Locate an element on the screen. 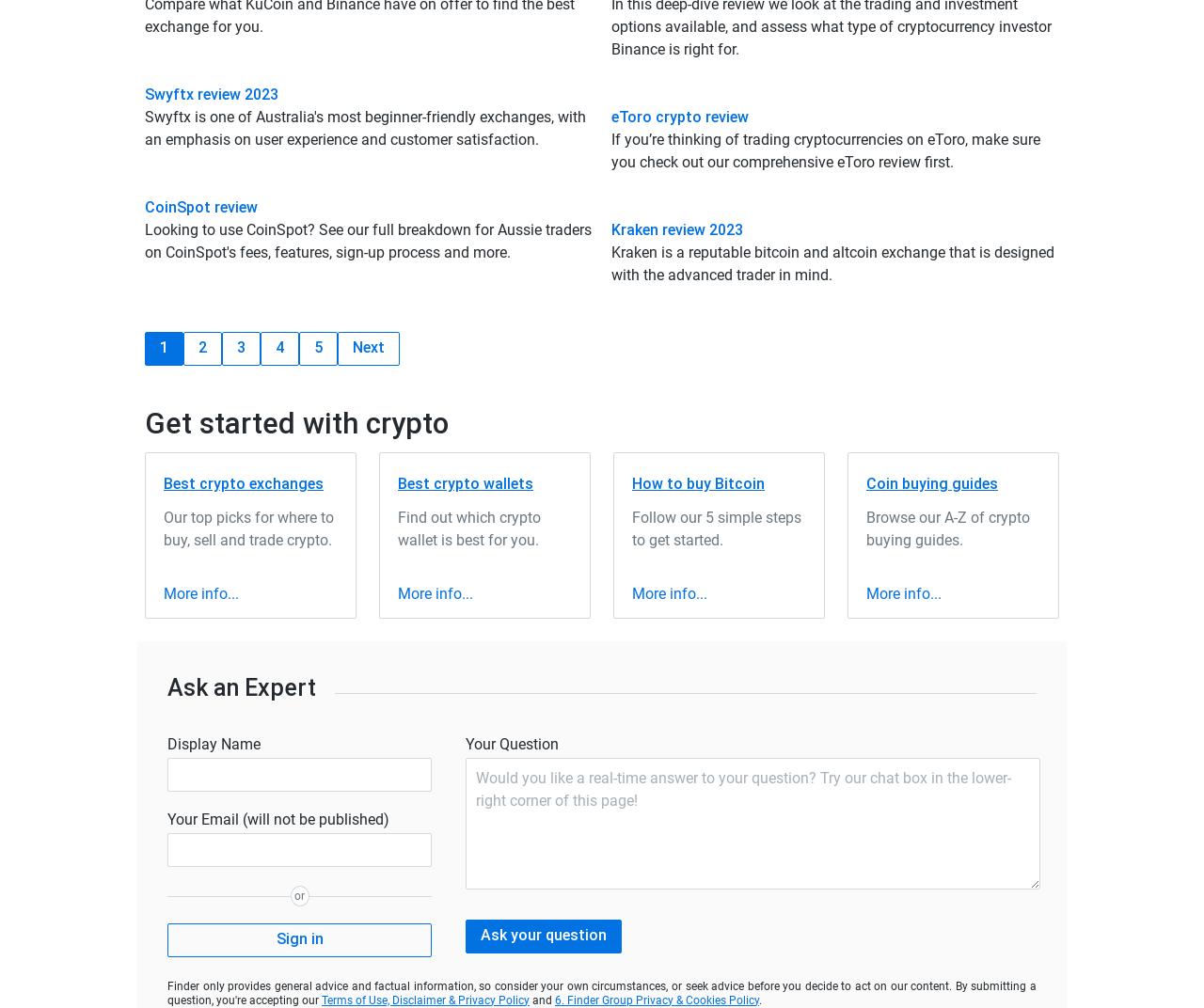 The image size is (1204, 1008). 'Best crypto wallets' is located at coordinates (465, 482).